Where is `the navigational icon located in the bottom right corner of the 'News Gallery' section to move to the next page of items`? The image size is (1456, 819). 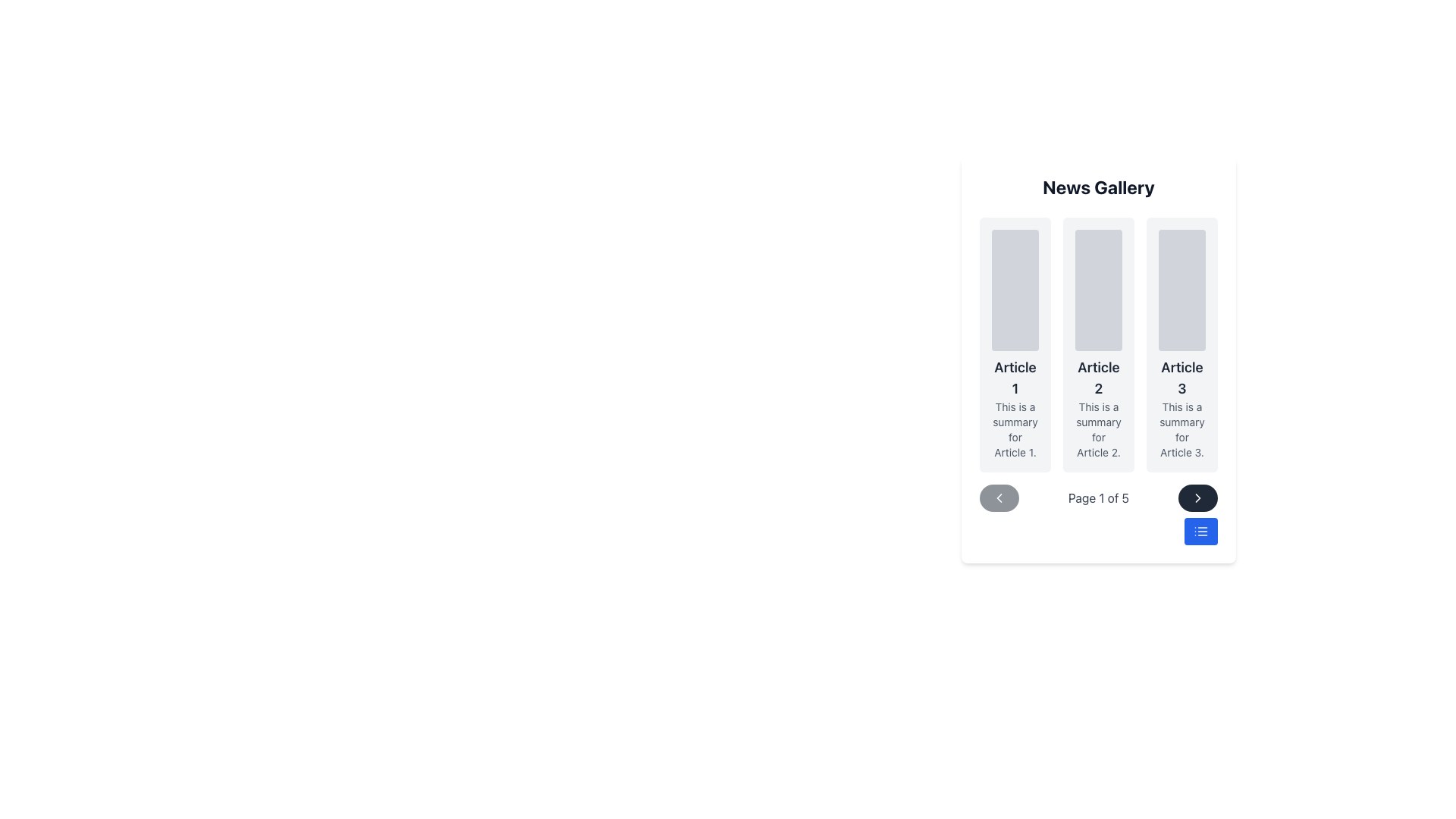 the navigational icon located in the bottom right corner of the 'News Gallery' section to move to the next page of items is located at coordinates (1197, 497).